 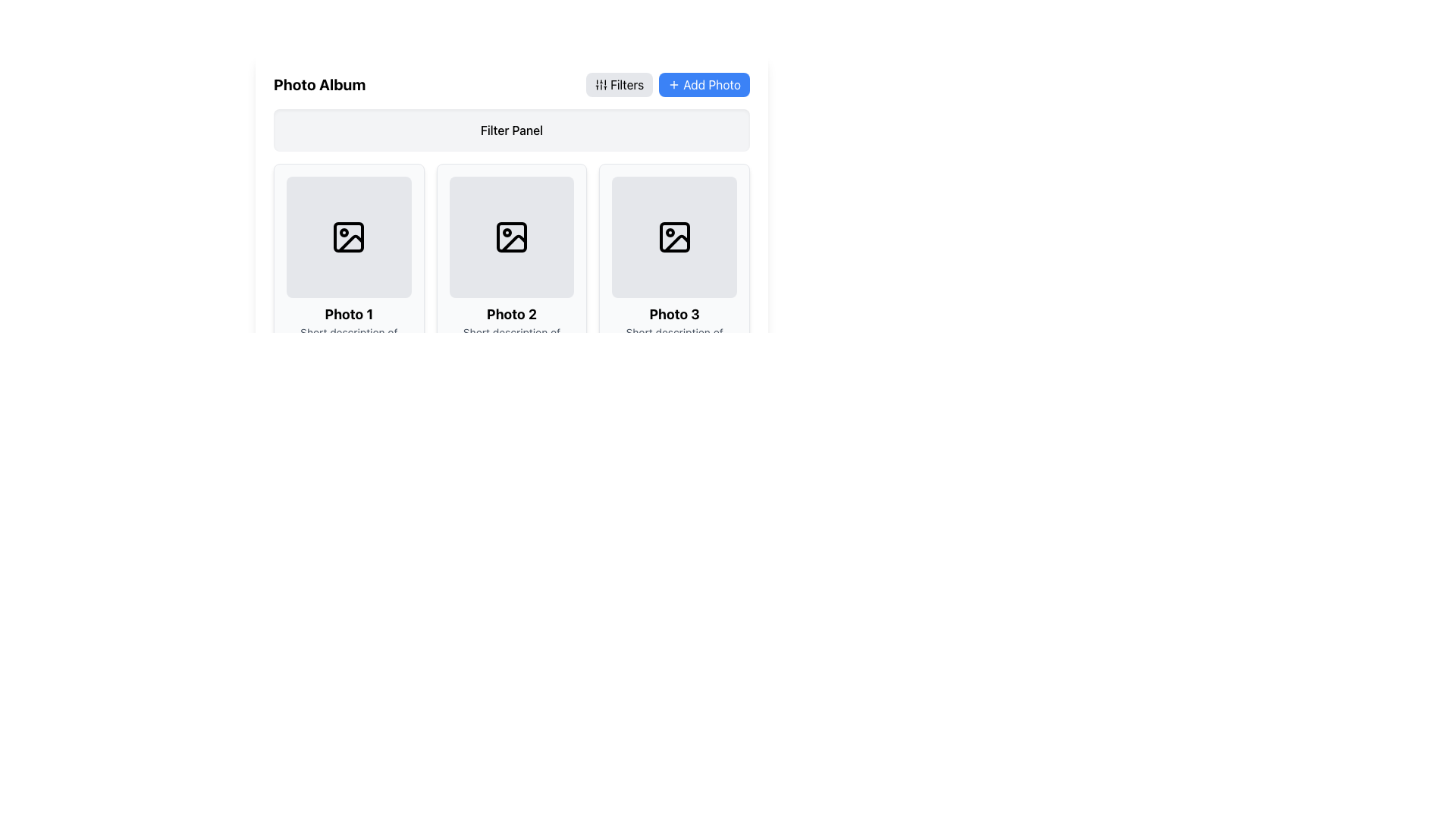 What do you see at coordinates (673, 265) in the screenshot?
I see `the photo area of the Card representing 'Photo 3', which is the third item in the grid of photo cards in the 'Photo Album' section` at bounding box center [673, 265].